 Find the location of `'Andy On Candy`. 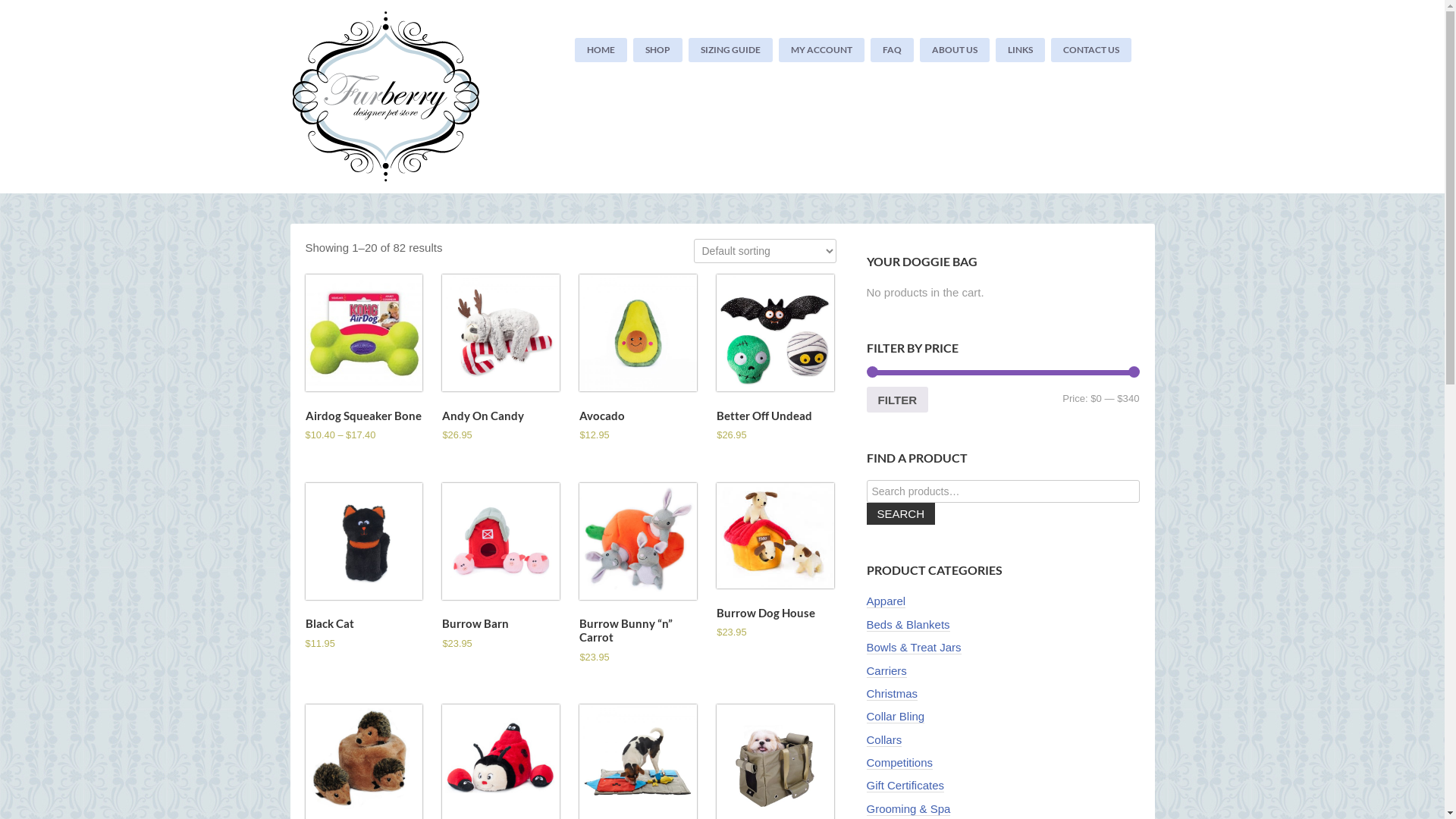

'Andy On Candy is located at coordinates (500, 359).